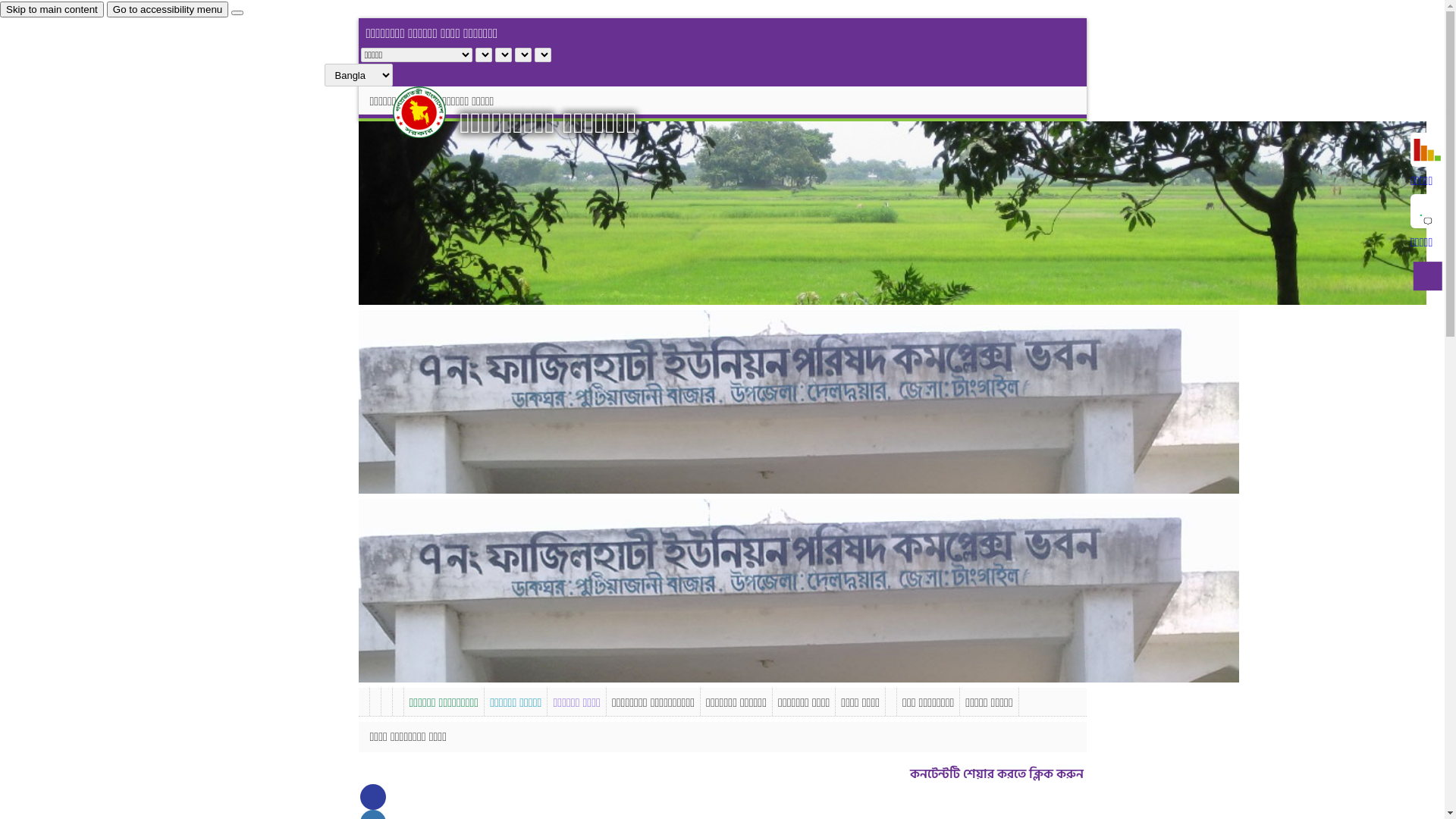 The width and height of the screenshot is (1456, 819). Describe the element at coordinates (431, 111) in the screenshot. I see `'` at that location.